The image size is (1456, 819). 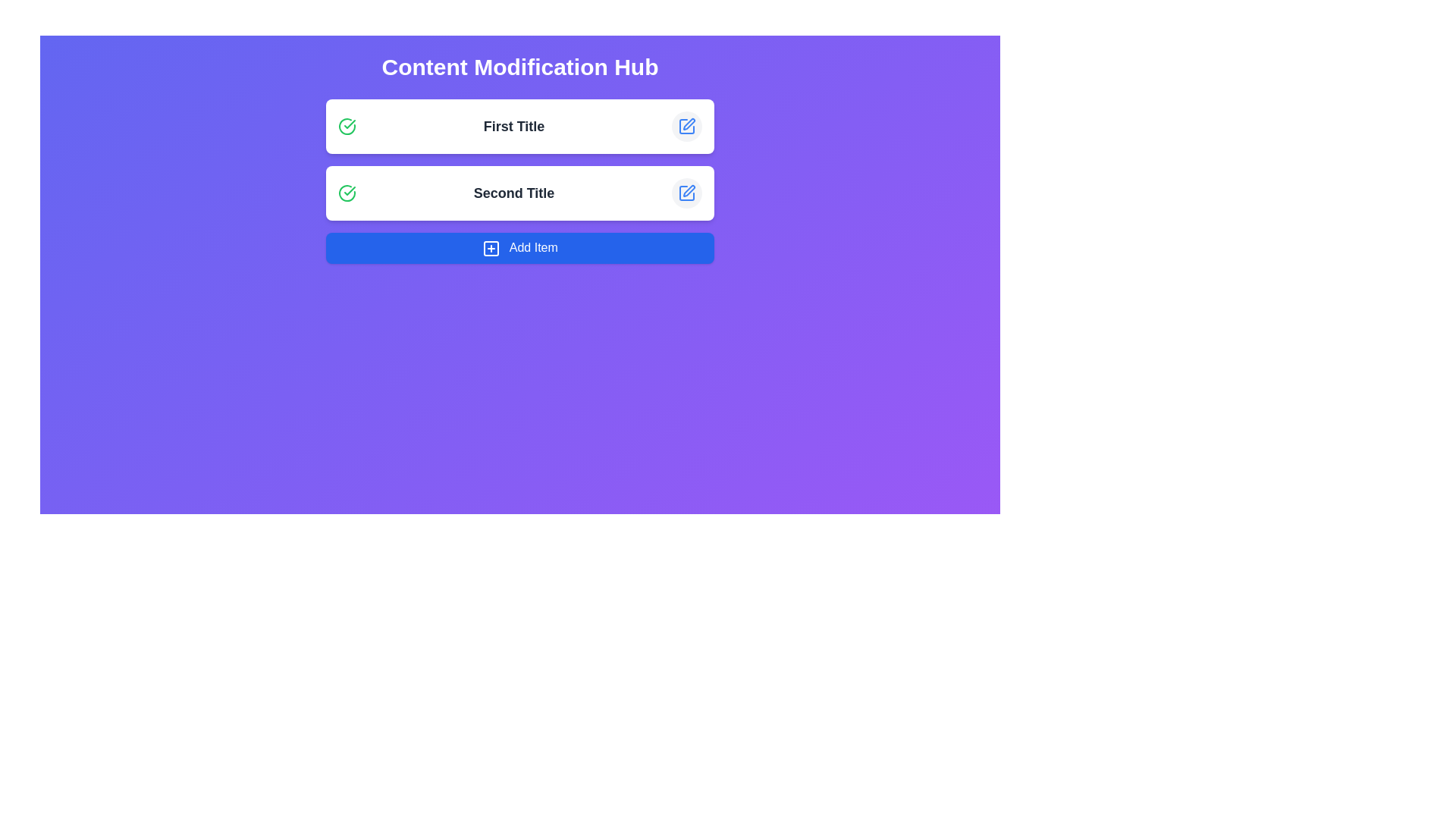 What do you see at coordinates (491, 247) in the screenshot?
I see `the icon located on the left side of the blue 'Add Item' button` at bounding box center [491, 247].